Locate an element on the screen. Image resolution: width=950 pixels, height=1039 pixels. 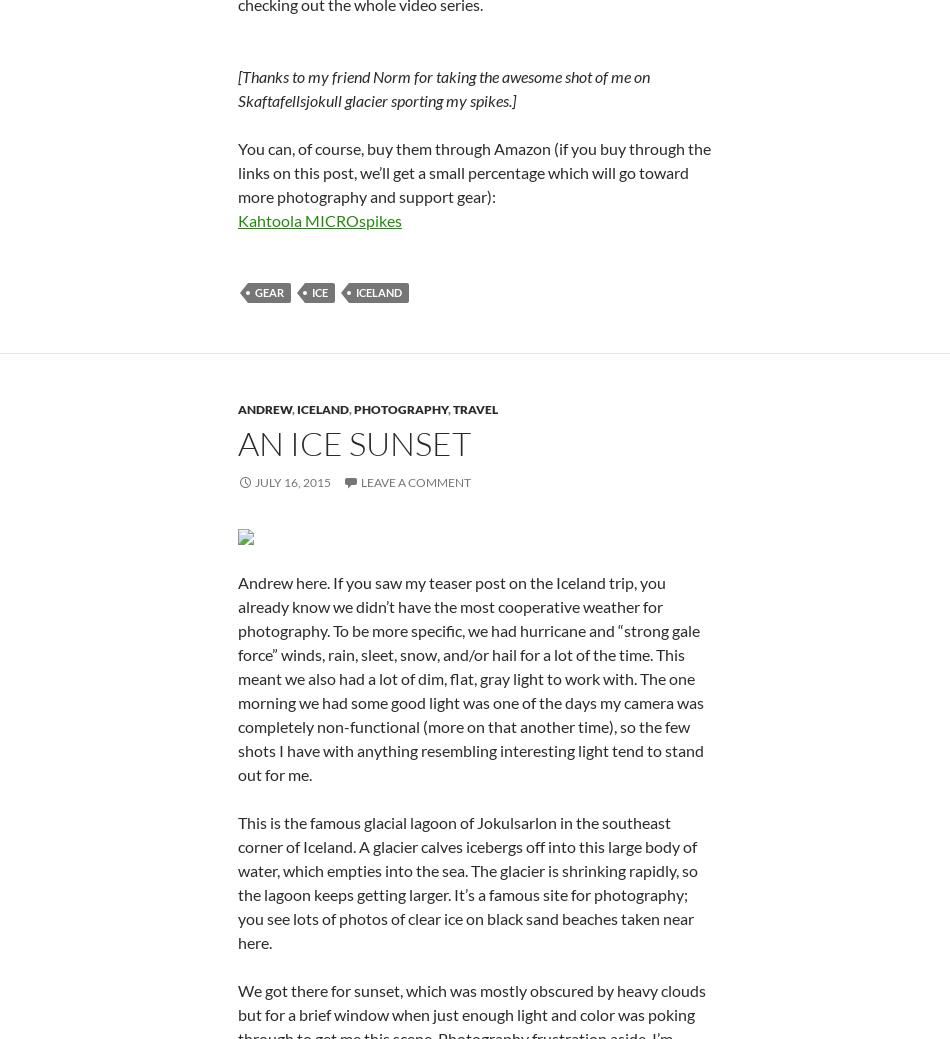
'travel' is located at coordinates (475, 652).